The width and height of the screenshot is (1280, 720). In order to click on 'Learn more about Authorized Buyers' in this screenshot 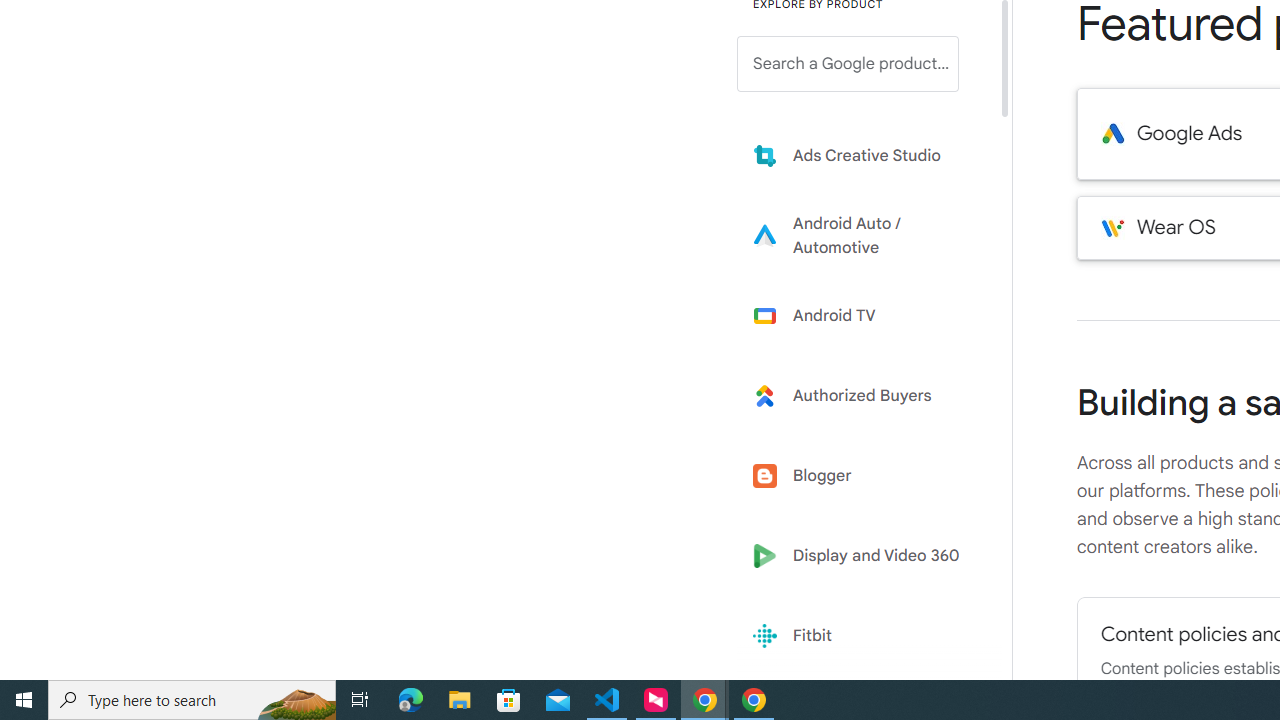, I will do `click(862, 396)`.